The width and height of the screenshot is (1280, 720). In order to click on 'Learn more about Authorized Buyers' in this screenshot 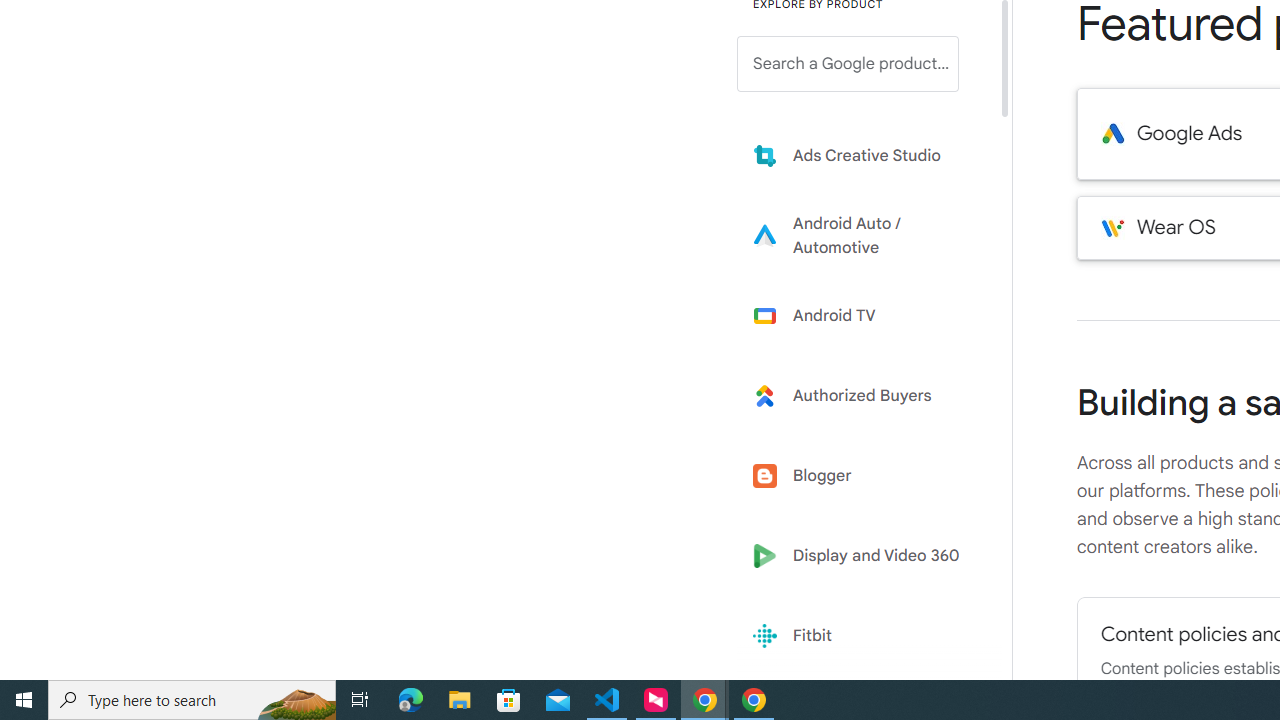, I will do `click(862, 396)`.